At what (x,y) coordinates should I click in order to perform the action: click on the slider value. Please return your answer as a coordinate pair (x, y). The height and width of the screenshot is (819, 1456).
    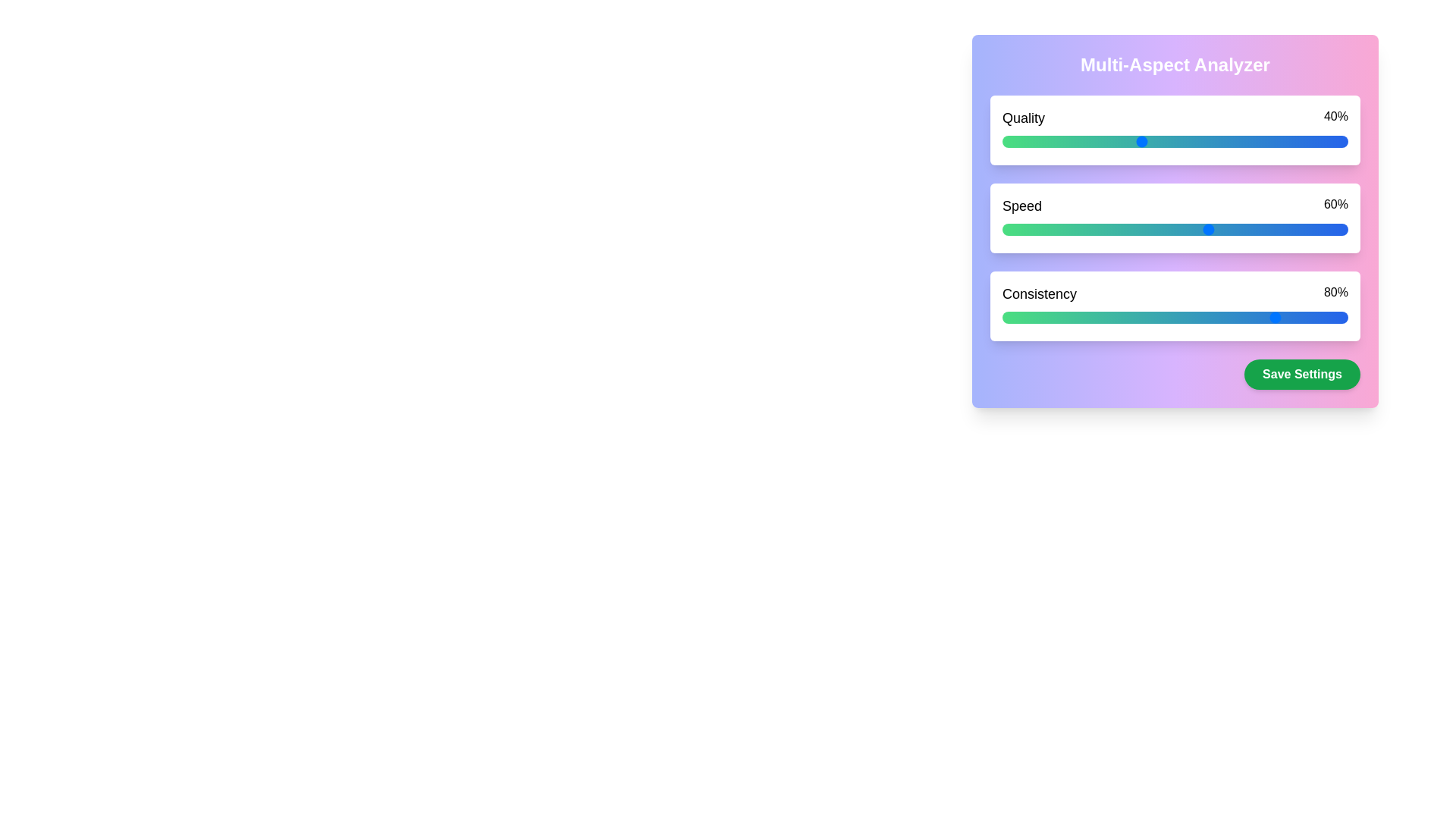
    Looking at the image, I should click on (1160, 317).